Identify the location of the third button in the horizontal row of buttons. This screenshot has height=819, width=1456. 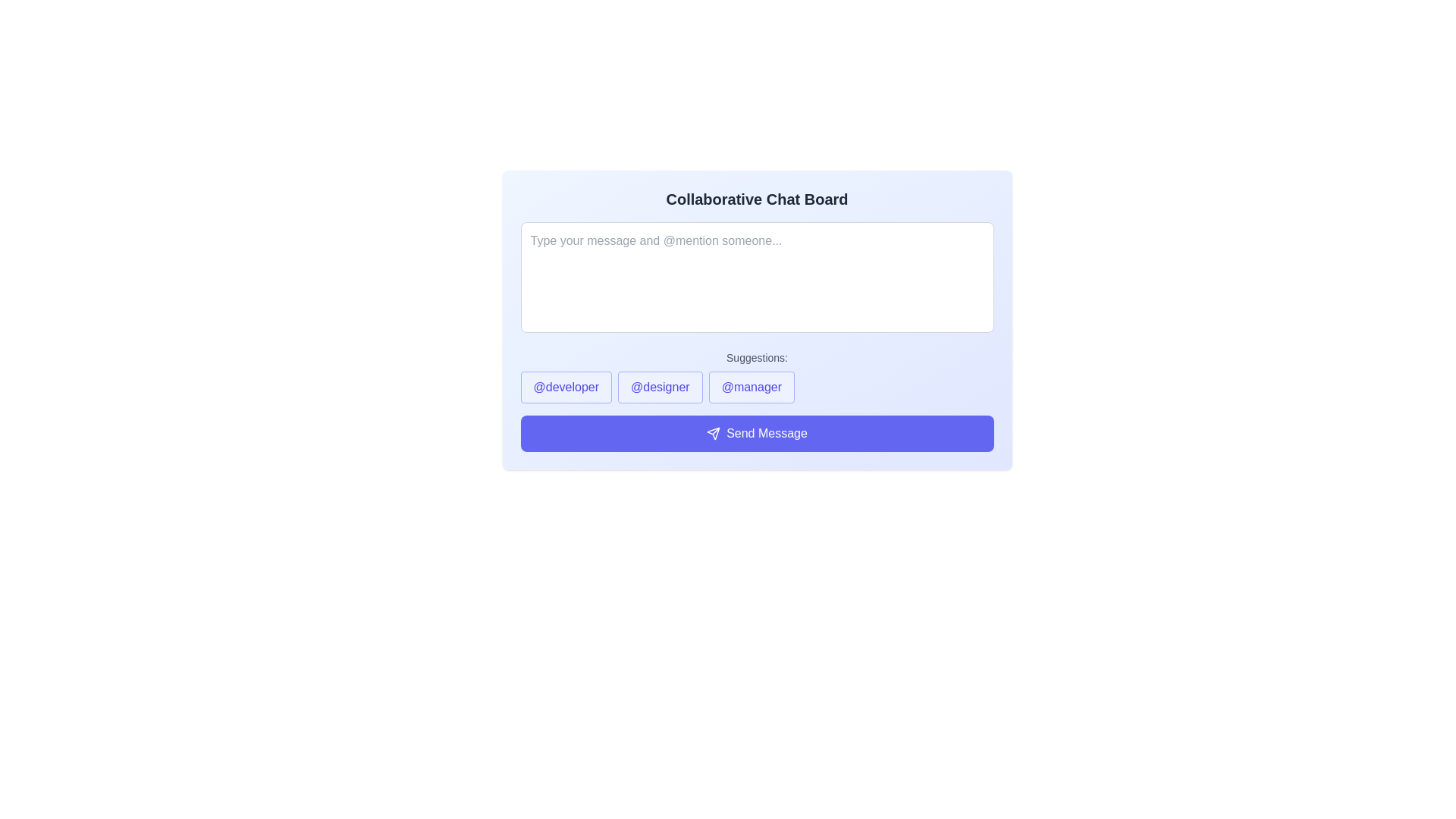
(752, 386).